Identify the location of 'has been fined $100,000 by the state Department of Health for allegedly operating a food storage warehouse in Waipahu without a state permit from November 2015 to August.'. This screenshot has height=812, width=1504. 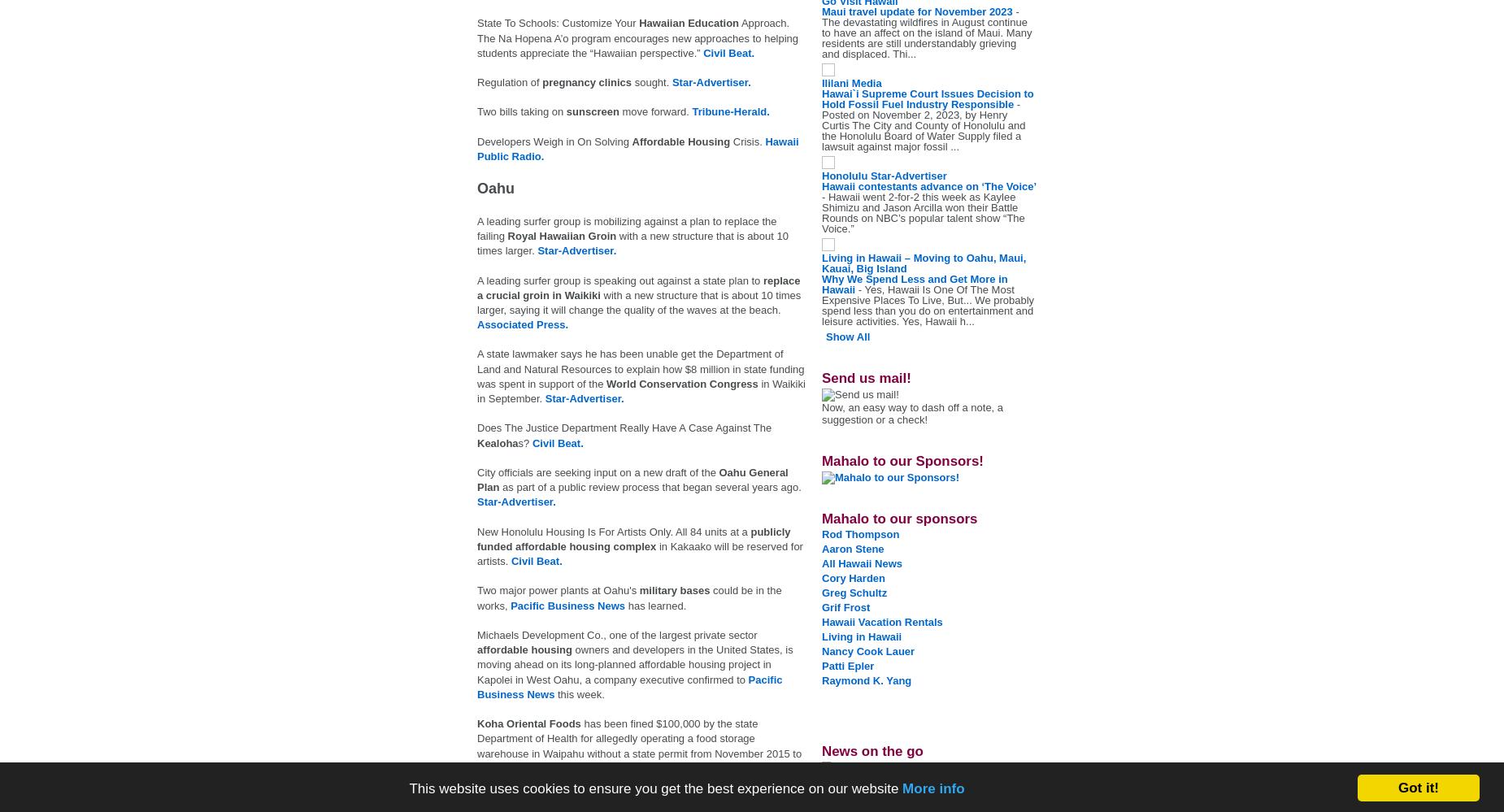
(639, 745).